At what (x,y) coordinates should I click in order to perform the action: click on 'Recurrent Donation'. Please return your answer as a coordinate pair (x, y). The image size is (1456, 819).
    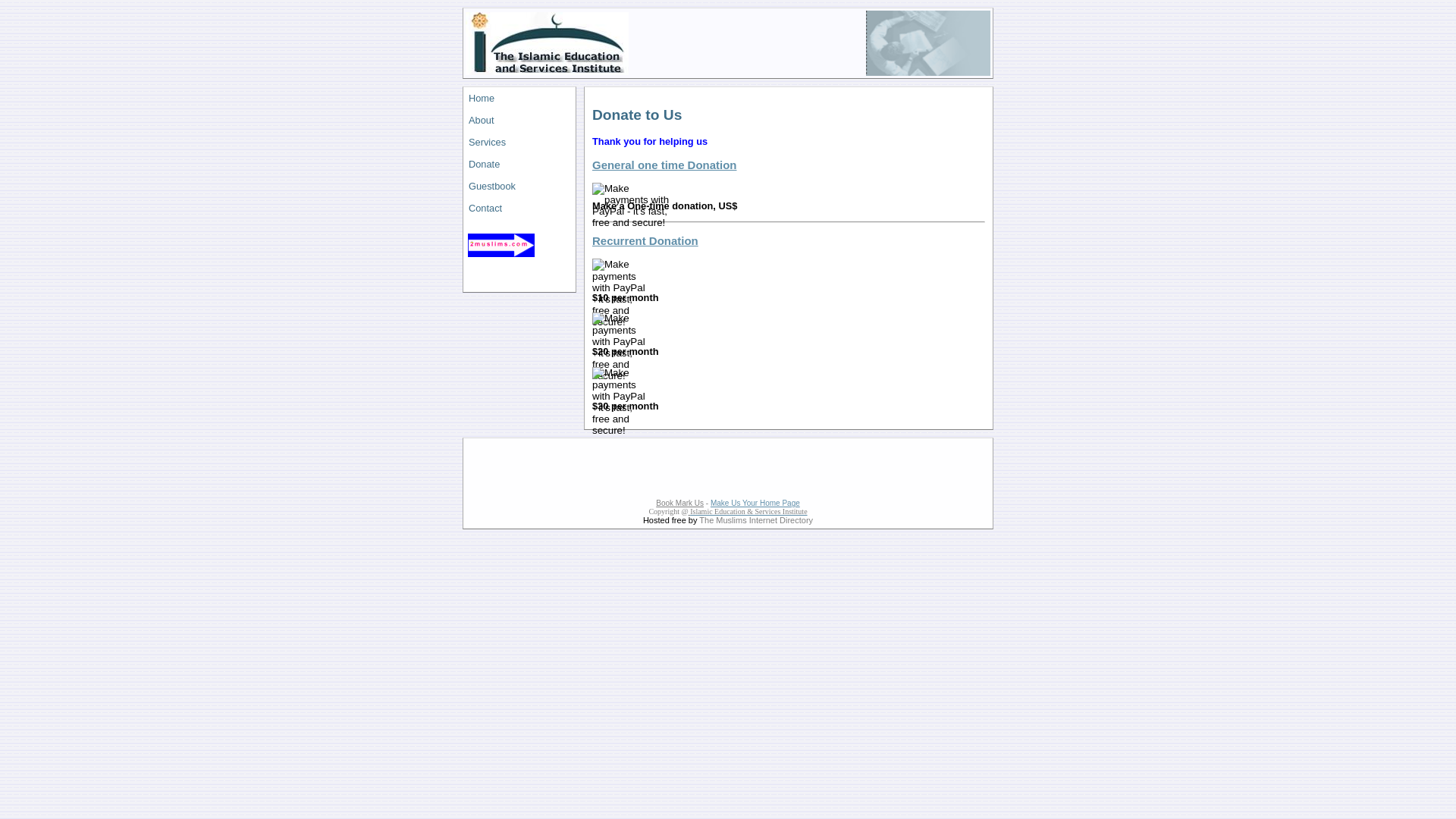
    Looking at the image, I should click on (645, 240).